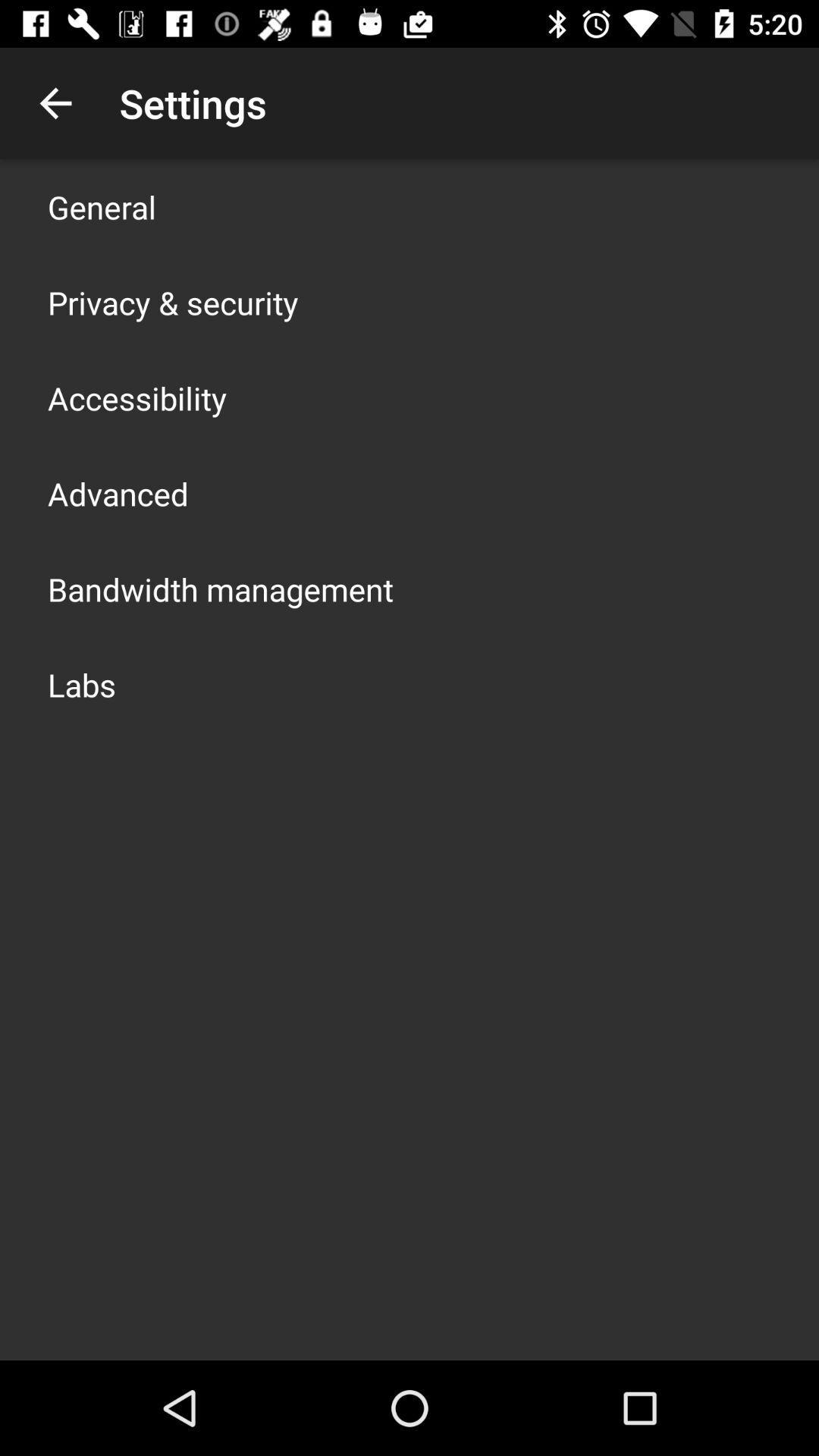  I want to click on accessibility app, so click(137, 397).